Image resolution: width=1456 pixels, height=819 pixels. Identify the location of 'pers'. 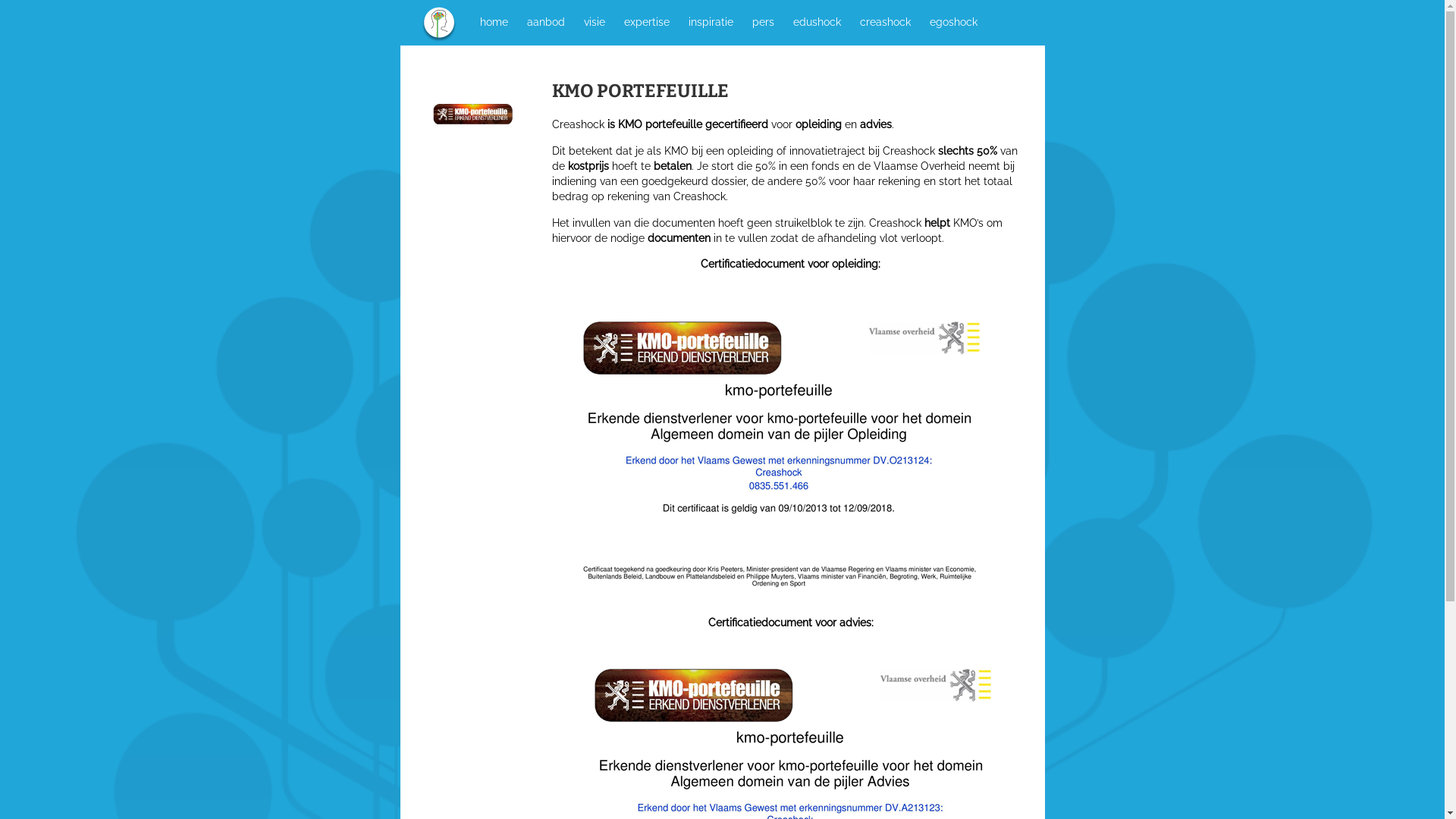
(762, 21).